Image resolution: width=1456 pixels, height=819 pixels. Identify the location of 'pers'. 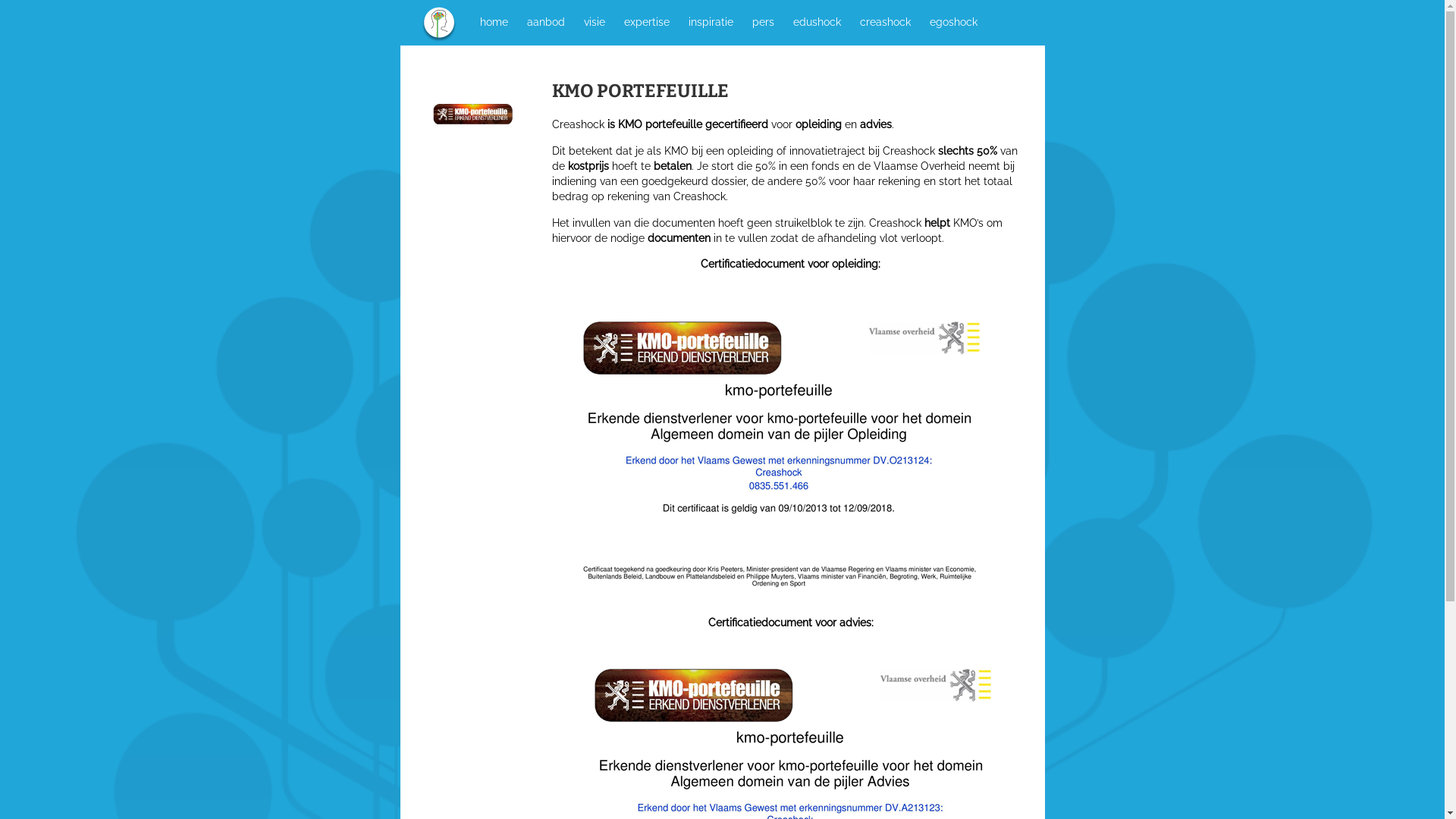
(762, 21).